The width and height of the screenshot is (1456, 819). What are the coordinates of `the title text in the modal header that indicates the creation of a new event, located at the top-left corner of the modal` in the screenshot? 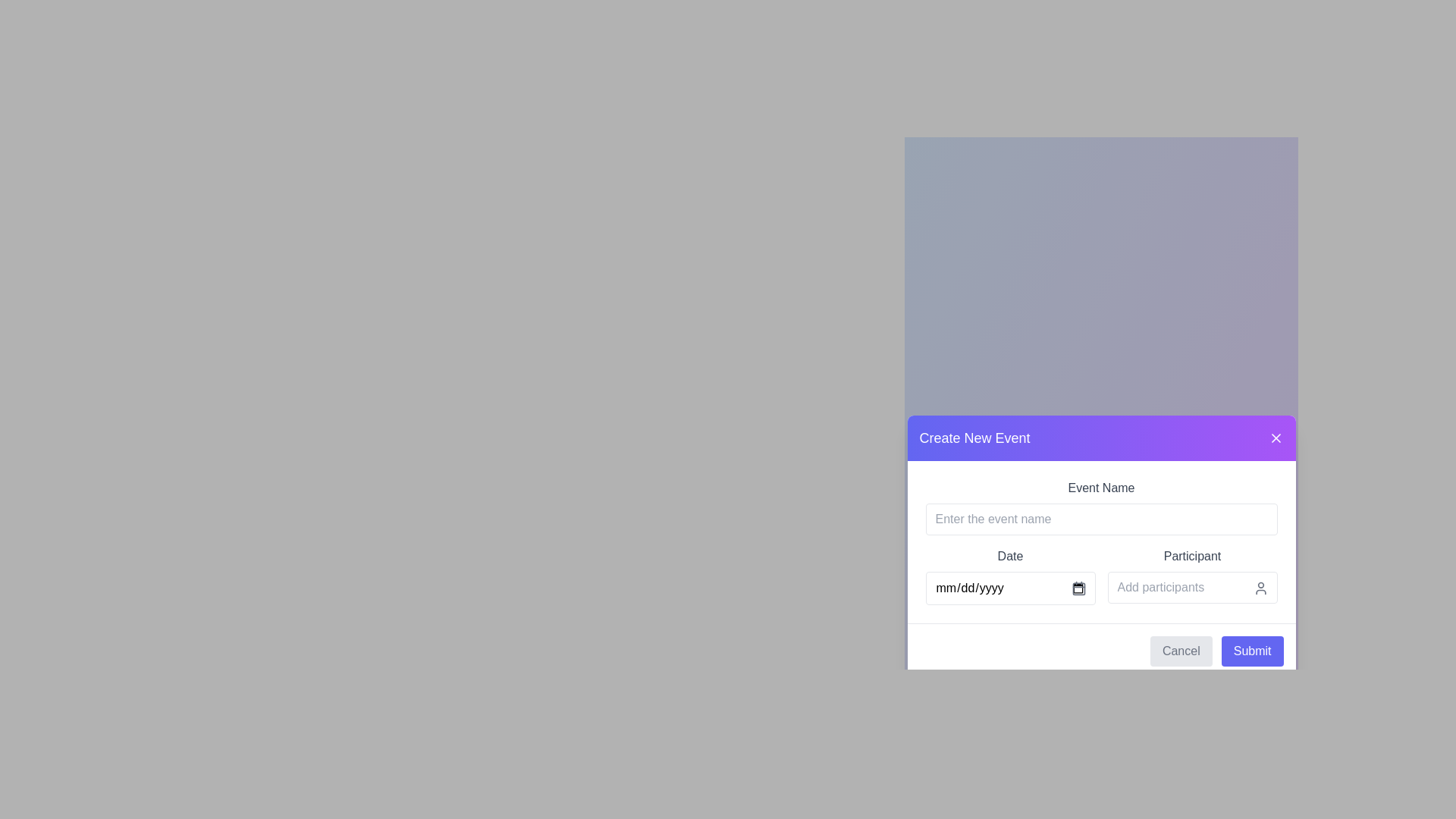 It's located at (974, 438).